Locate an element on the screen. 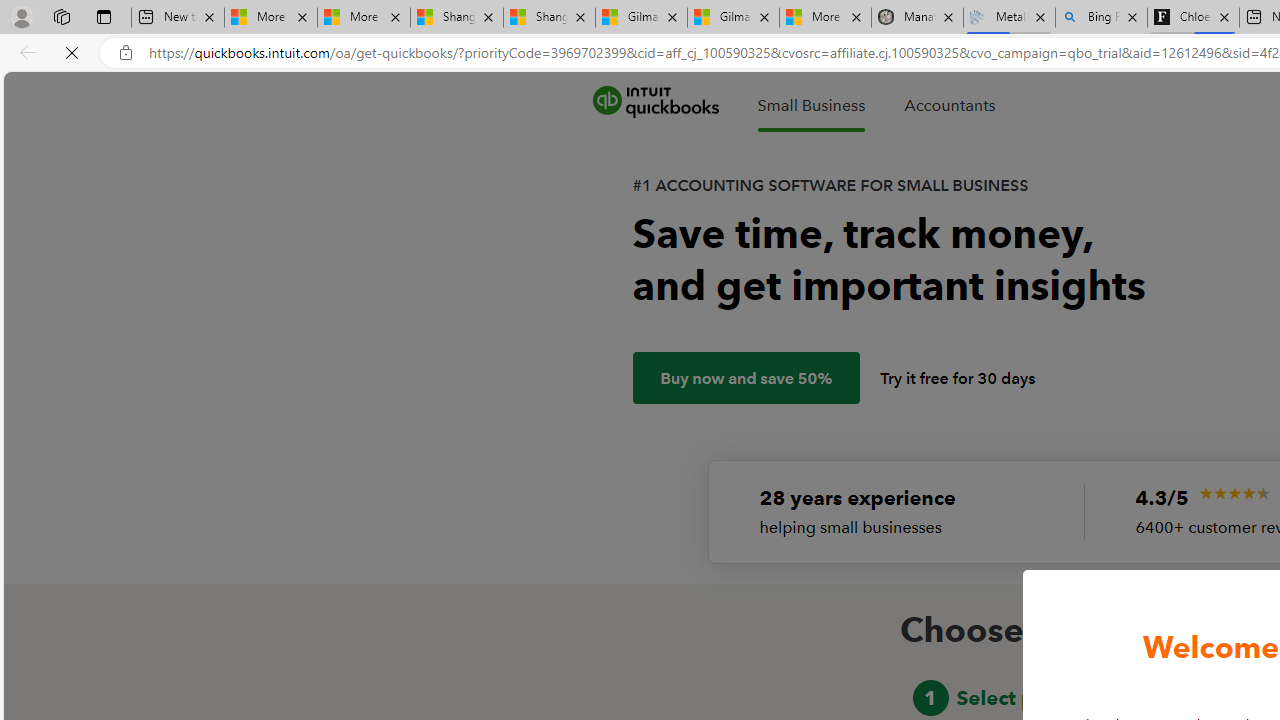 The height and width of the screenshot is (720, 1280). 'Buy now and save 50%' is located at coordinates (745, 378).